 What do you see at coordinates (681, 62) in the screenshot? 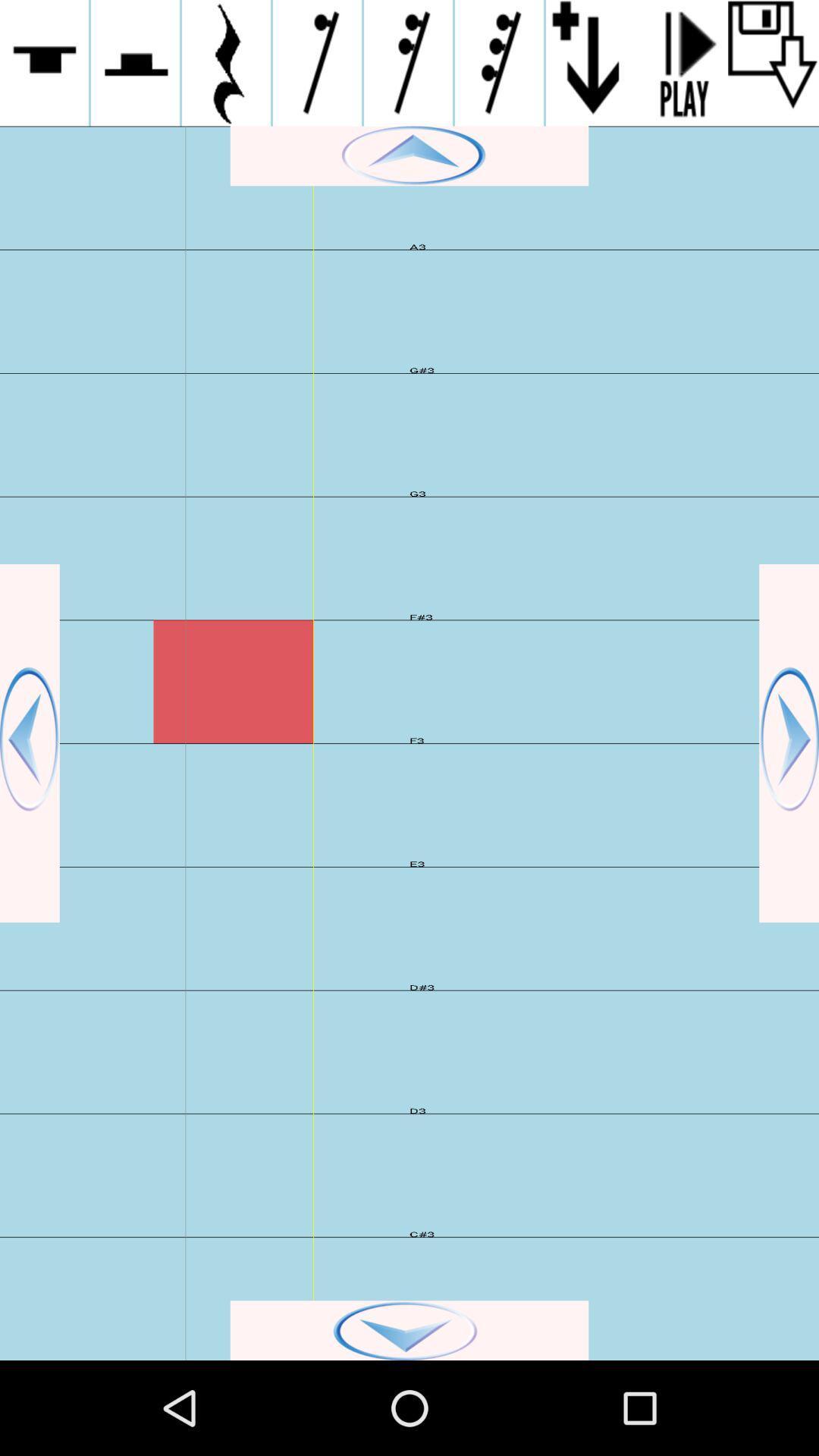
I see `option` at bounding box center [681, 62].